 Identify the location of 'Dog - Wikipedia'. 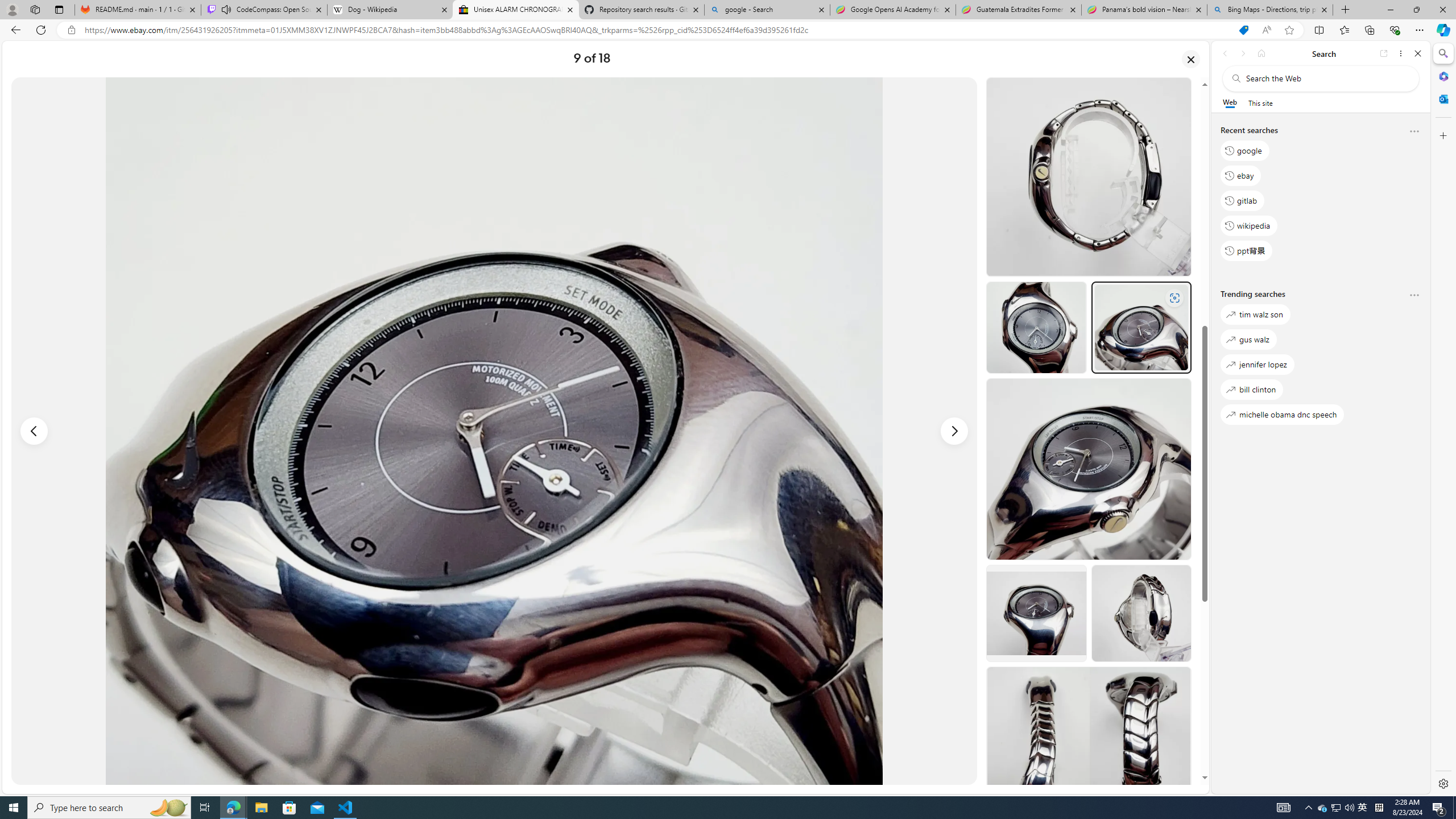
(389, 9).